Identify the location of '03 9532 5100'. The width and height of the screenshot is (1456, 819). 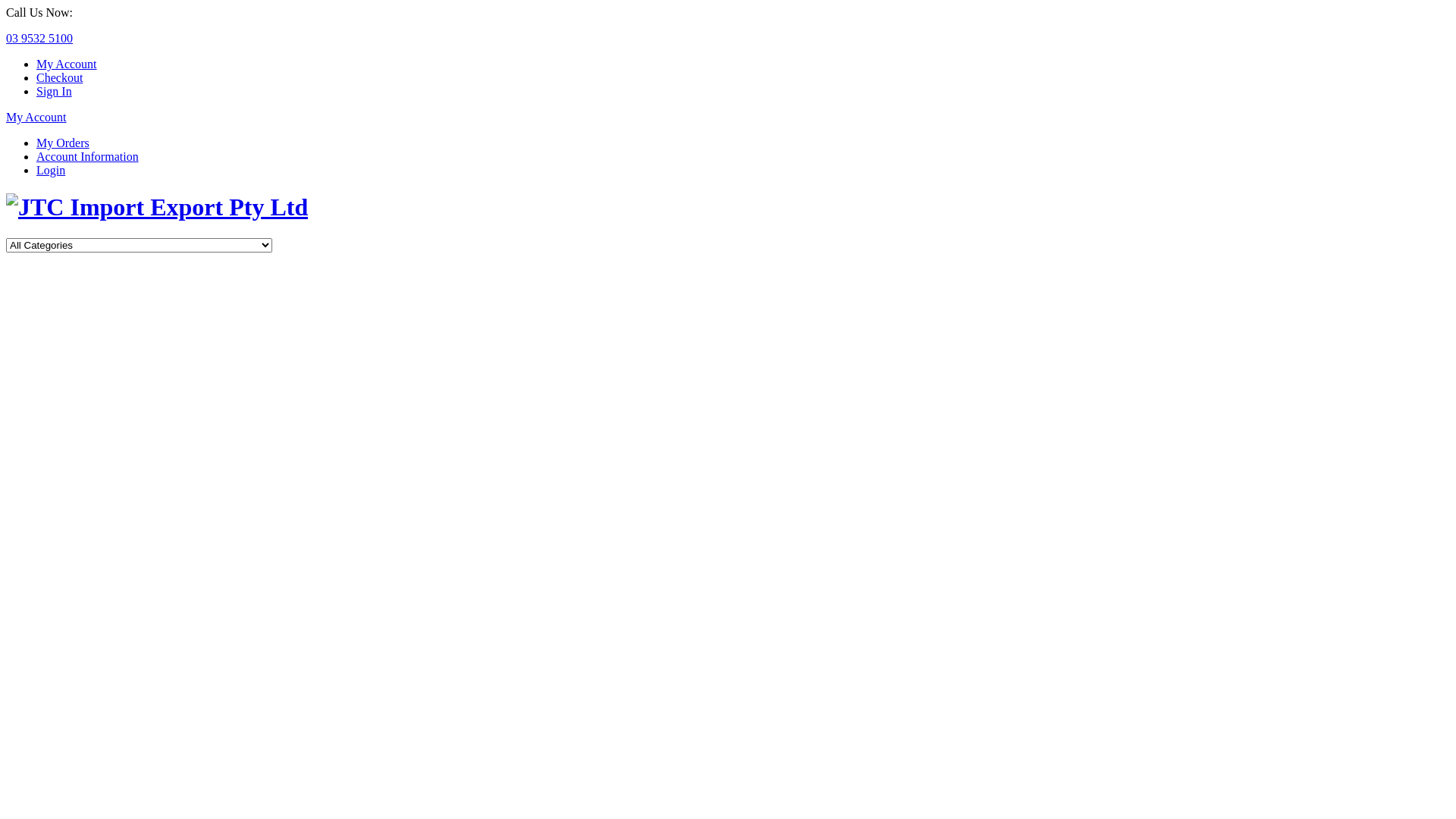
(6, 37).